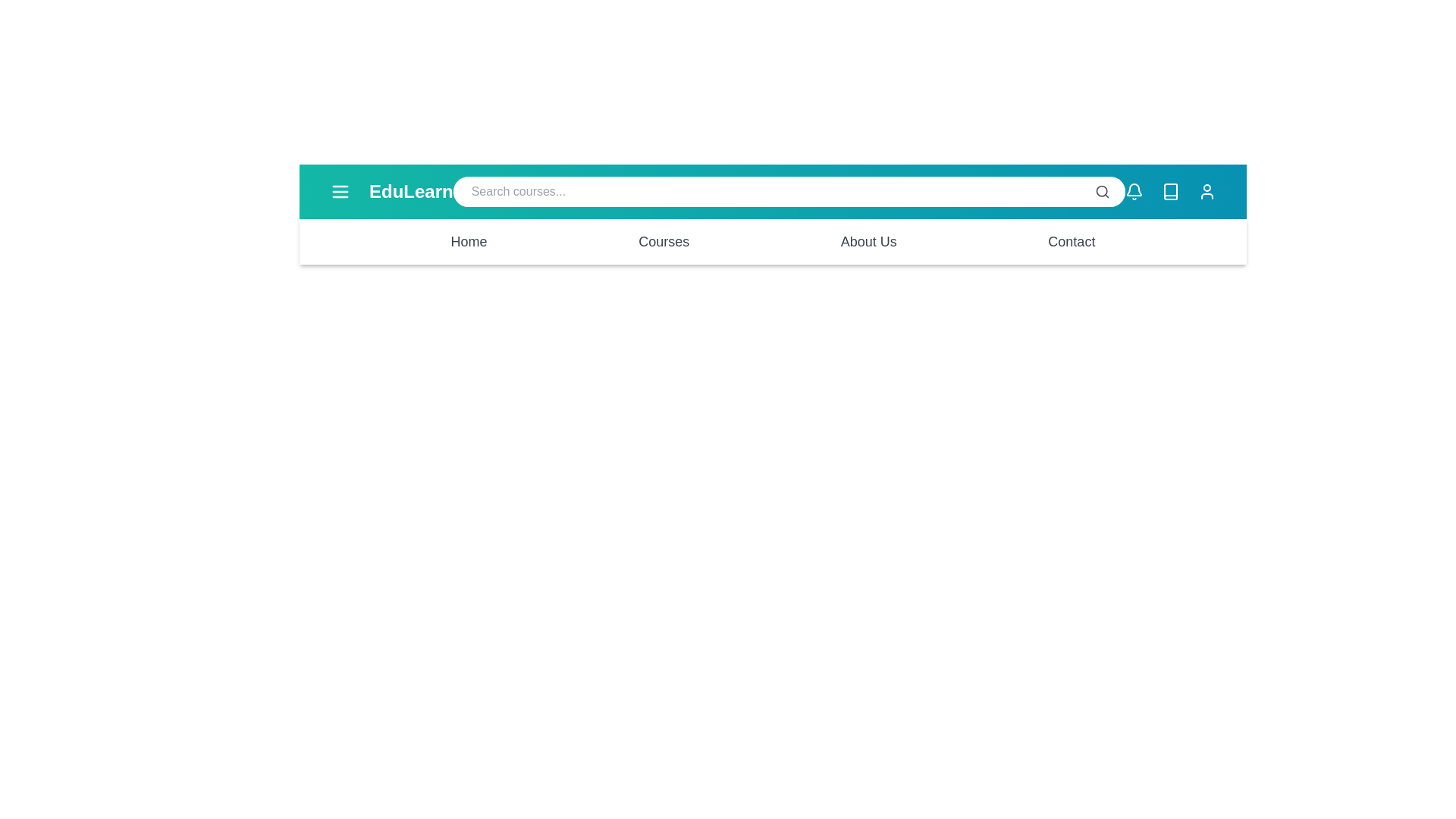 This screenshot has width=1456, height=819. What do you see at coordinates (1170, 191) in the screenshot?
I see `the book icon to navigate to the library` at bounding box center [1170, 191].